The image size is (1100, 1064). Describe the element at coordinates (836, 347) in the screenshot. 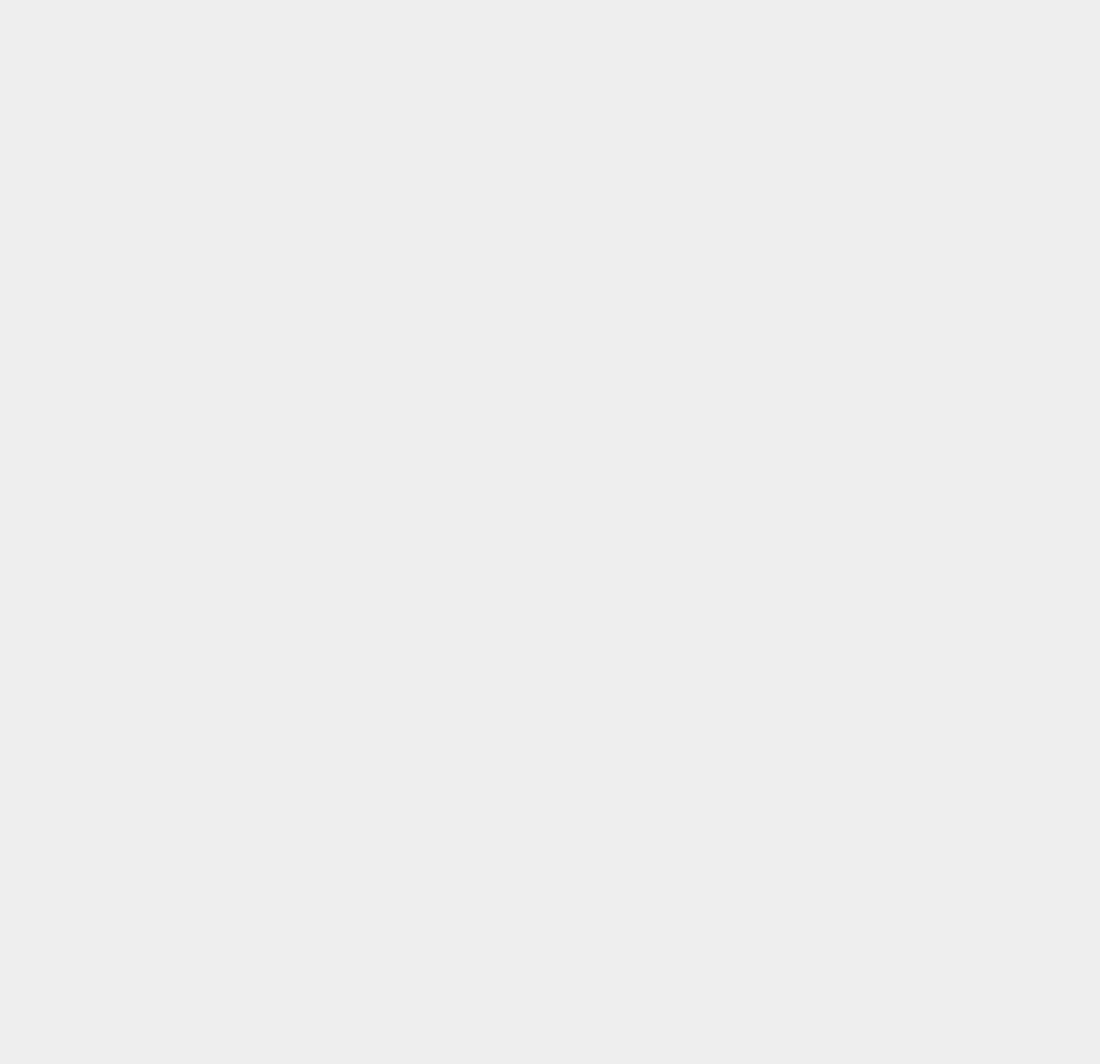

I see `'Stock Photography'` at that location.